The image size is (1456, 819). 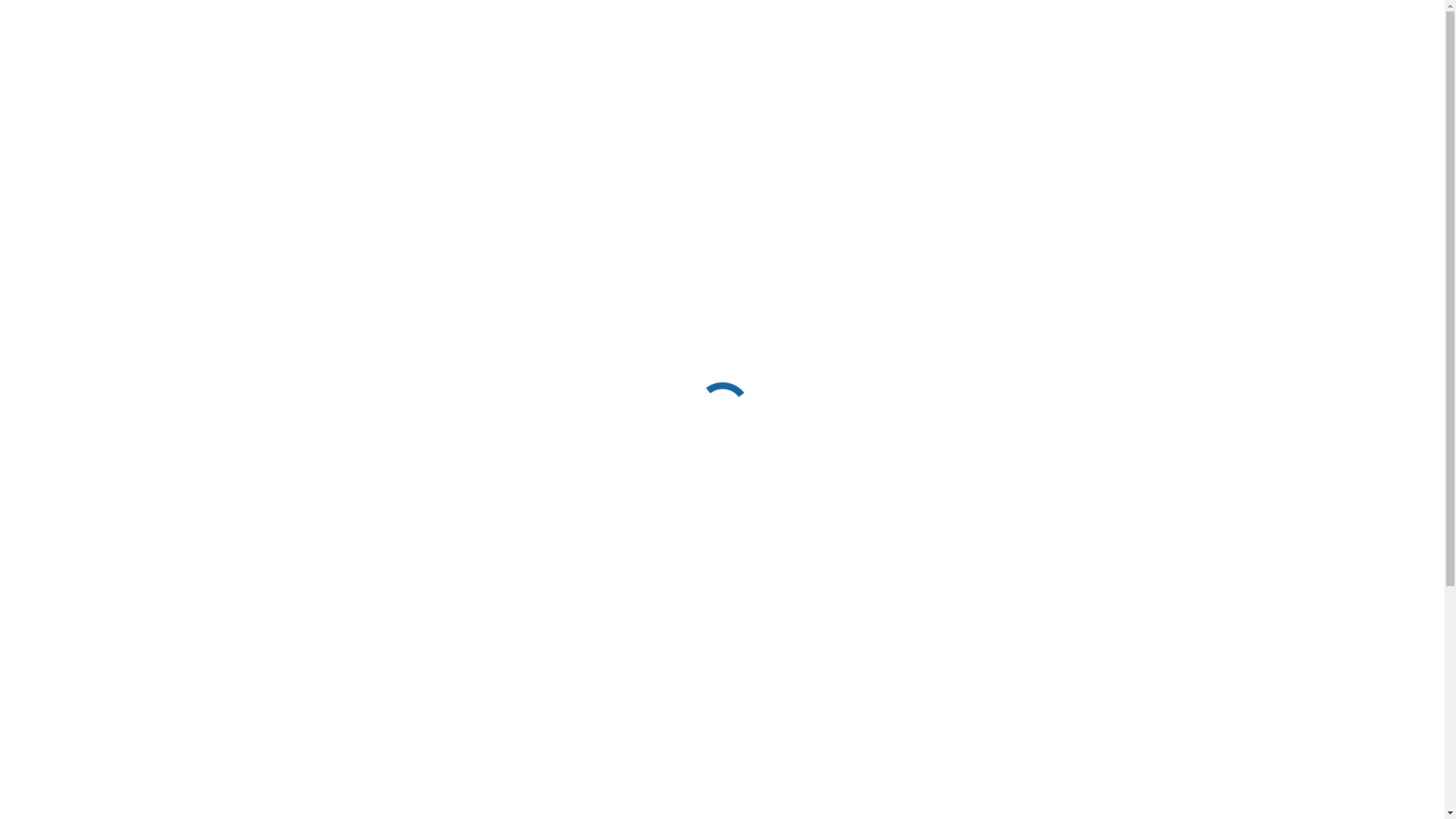 What do you see at coordinates (1163, 12) in the screenshot?
I see `'Twitter page opens in new window'` at bounding box center [1163, 12].